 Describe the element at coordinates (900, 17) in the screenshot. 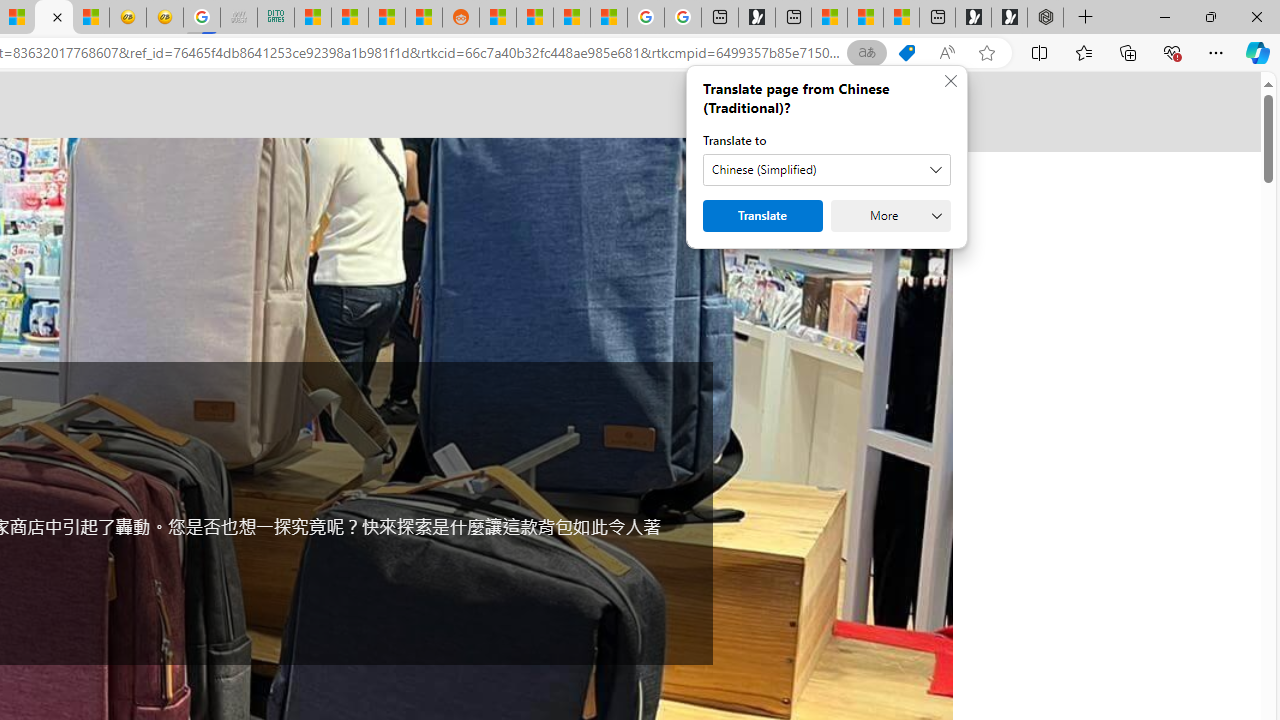

I see `'These 3 Stocks Pay You More Than 5% to Own Them'` at that location.